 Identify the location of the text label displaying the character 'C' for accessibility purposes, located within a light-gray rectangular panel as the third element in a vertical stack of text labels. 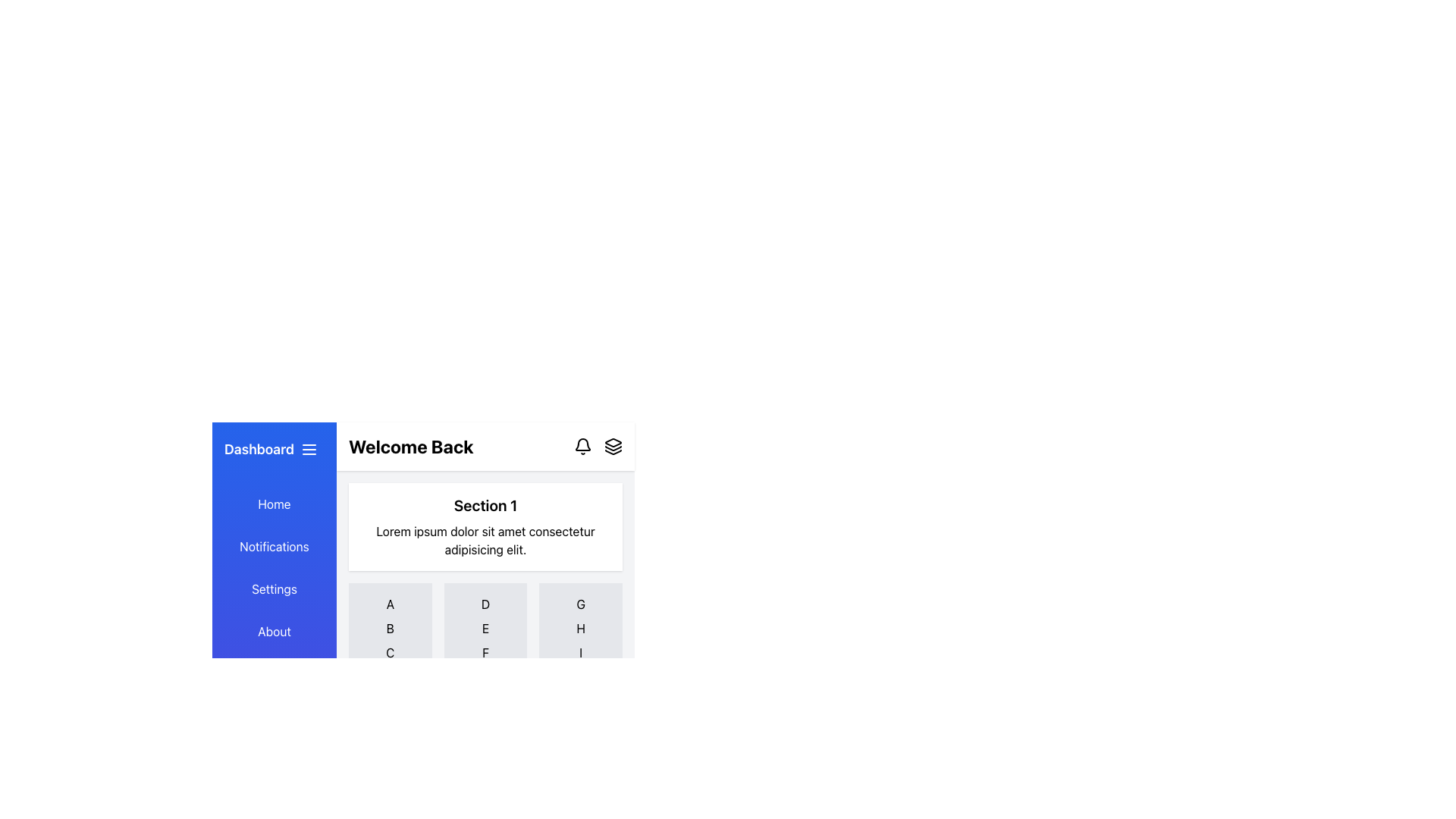
(390, 651).